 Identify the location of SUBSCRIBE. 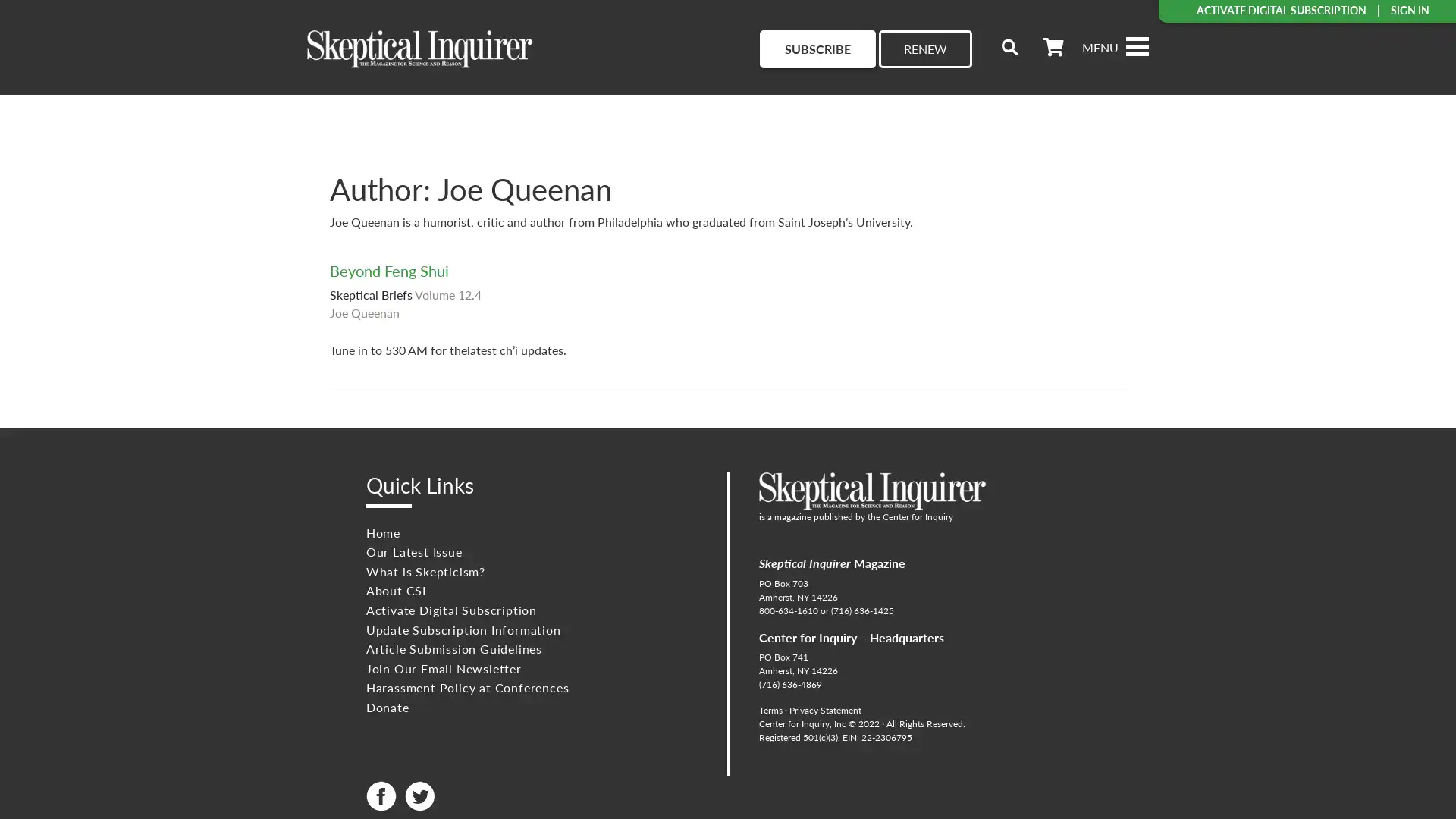
(817, 49).